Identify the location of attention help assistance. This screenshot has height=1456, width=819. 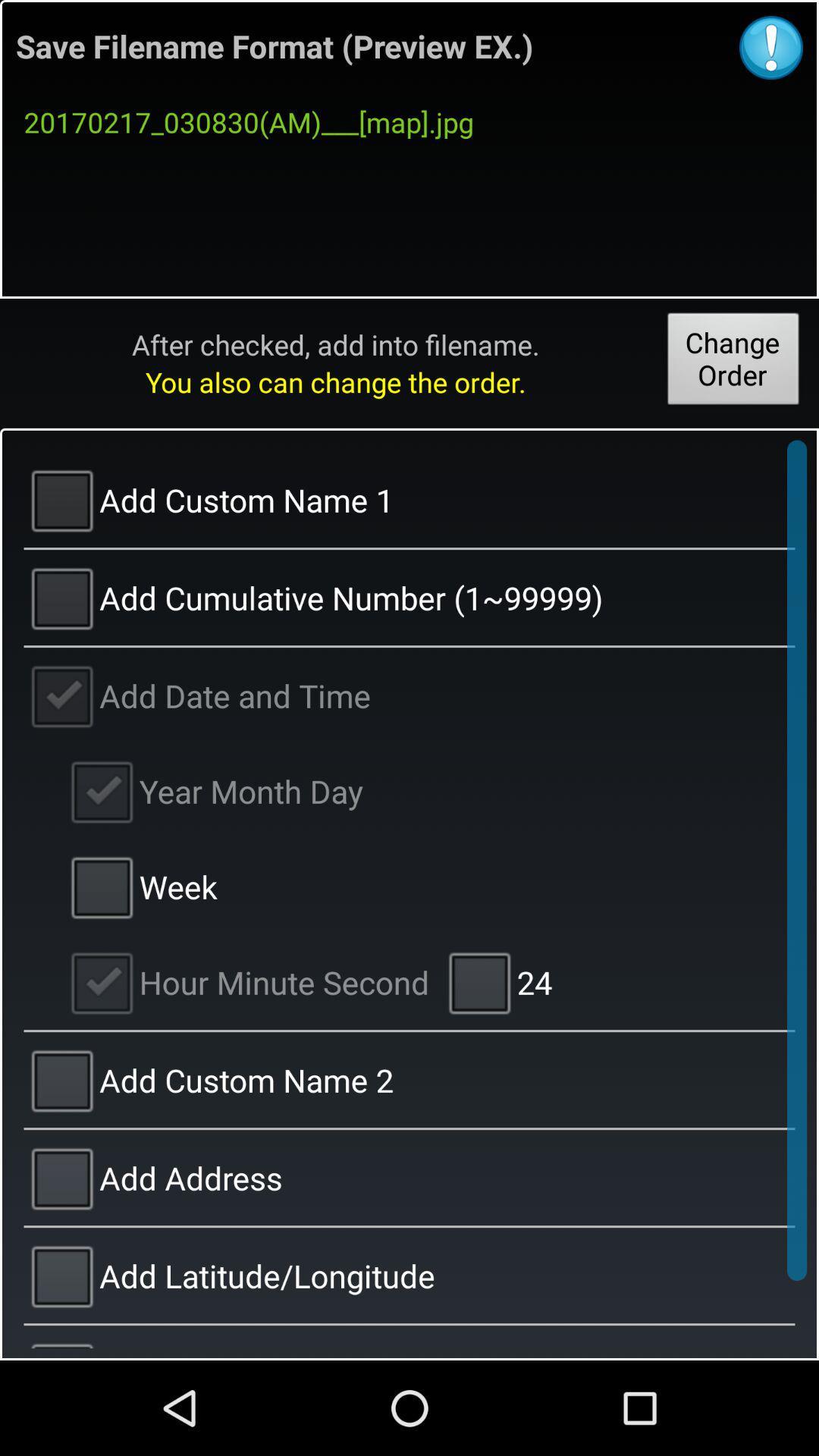
(771, 47).